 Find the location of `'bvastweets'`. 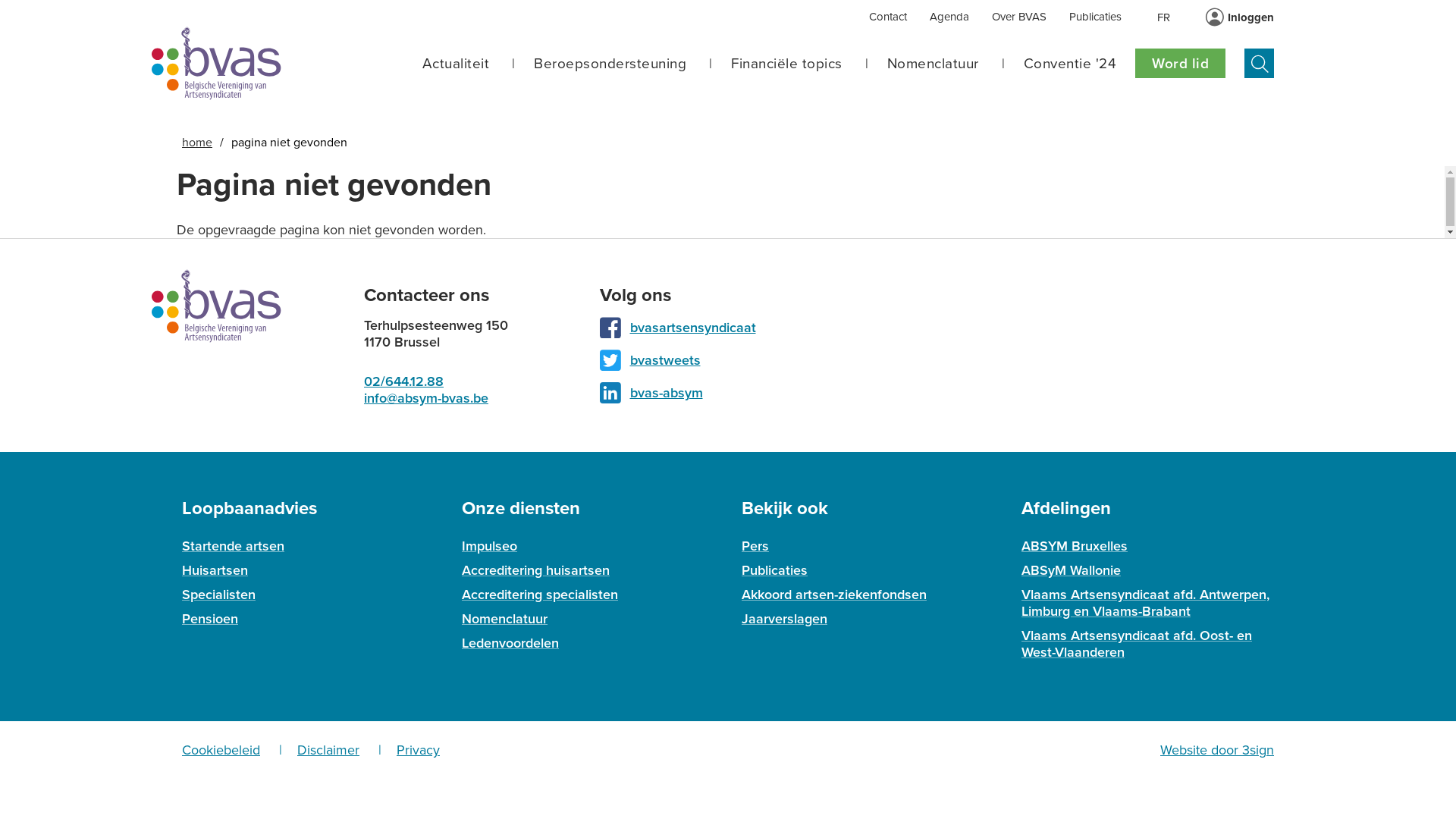

'bvastweets' is located at coordinates (629, 359).